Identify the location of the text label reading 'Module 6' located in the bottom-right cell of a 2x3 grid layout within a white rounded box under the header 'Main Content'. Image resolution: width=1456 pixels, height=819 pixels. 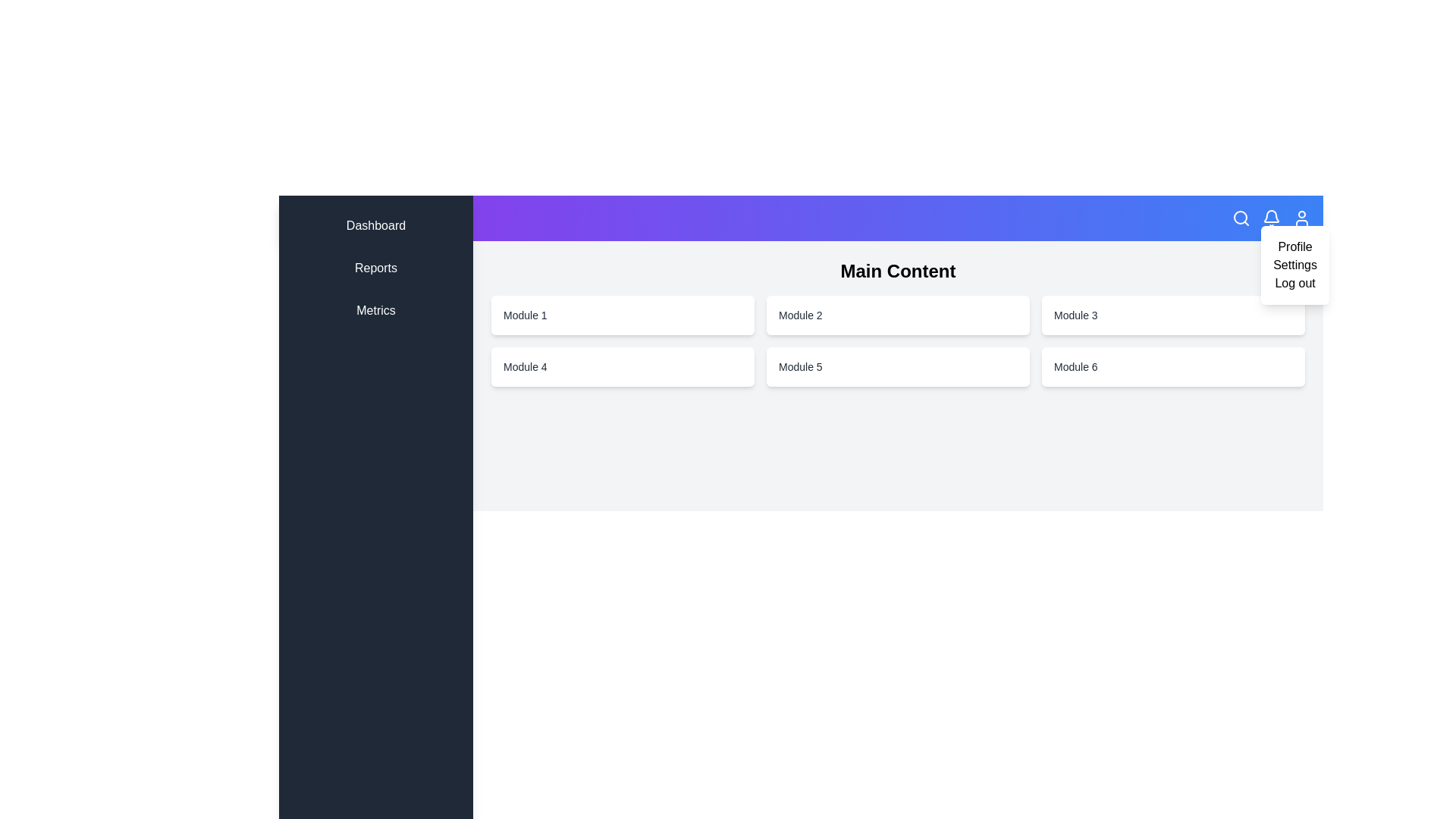
(1075, 366).